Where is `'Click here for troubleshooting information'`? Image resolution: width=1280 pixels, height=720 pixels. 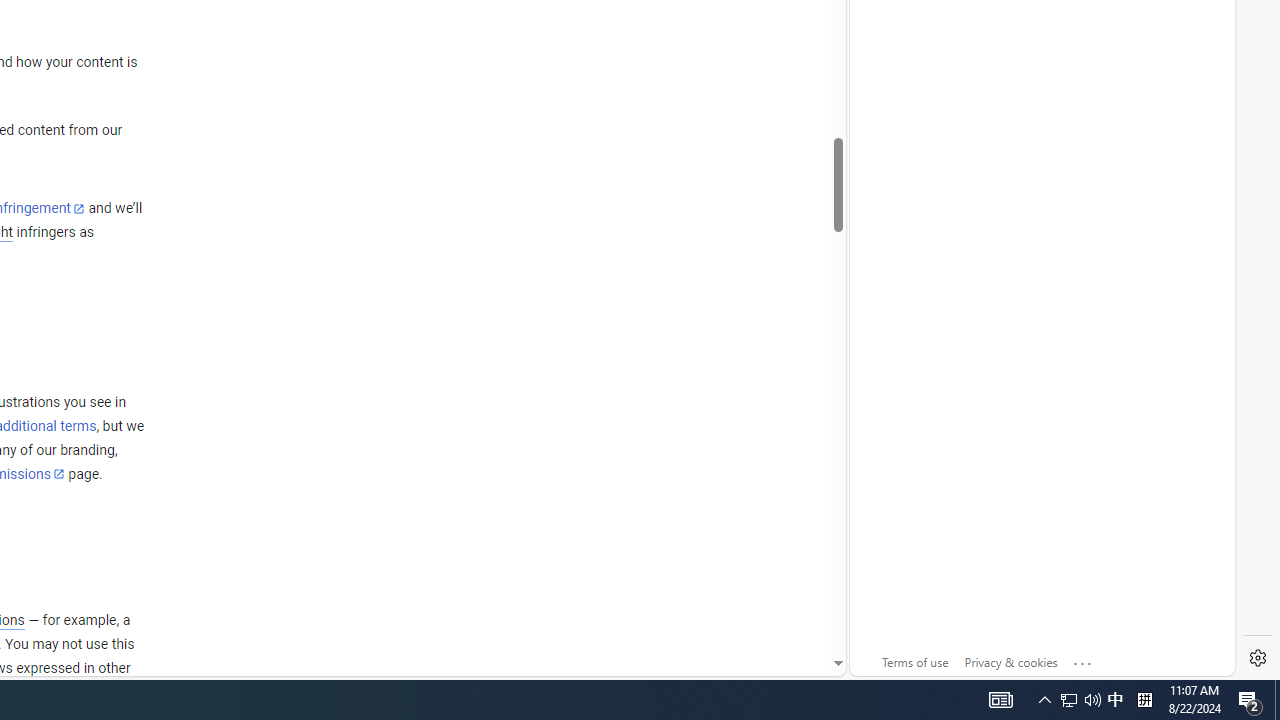
'Click here for troubleshooting information' is located at coordinates (1082, 659).